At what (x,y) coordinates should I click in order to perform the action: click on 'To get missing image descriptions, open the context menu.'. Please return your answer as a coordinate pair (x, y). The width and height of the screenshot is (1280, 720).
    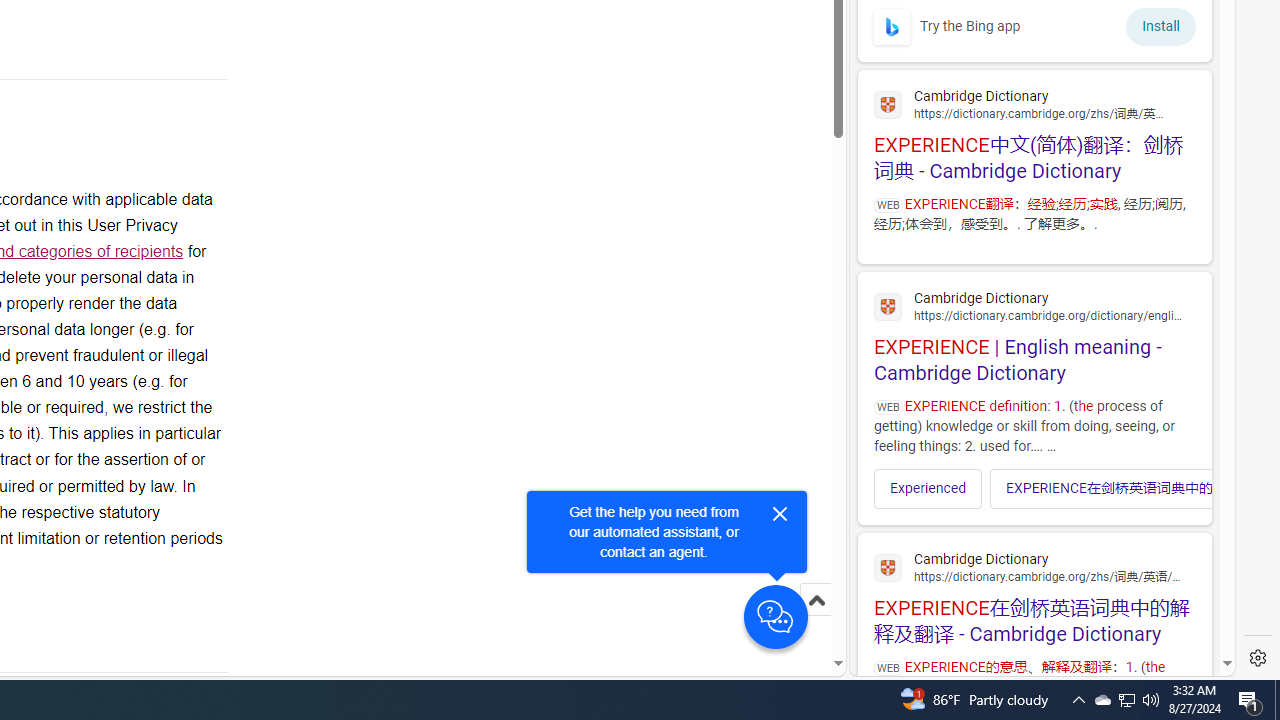
    Looking at the image, I should click on (891, 26).